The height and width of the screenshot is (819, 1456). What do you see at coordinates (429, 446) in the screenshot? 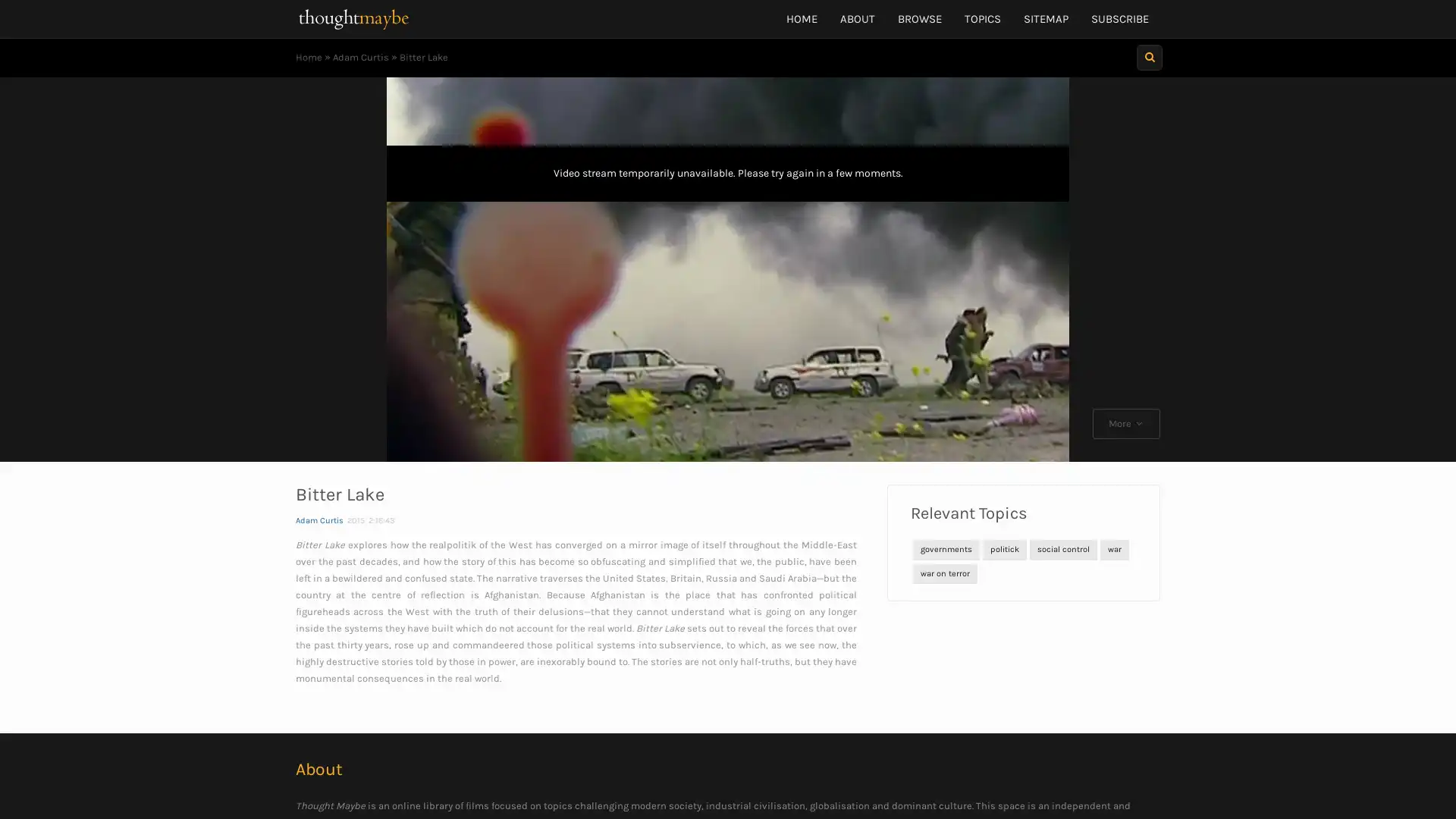
I see `Skip back 10 seconds` at bounding box center [429, 446].